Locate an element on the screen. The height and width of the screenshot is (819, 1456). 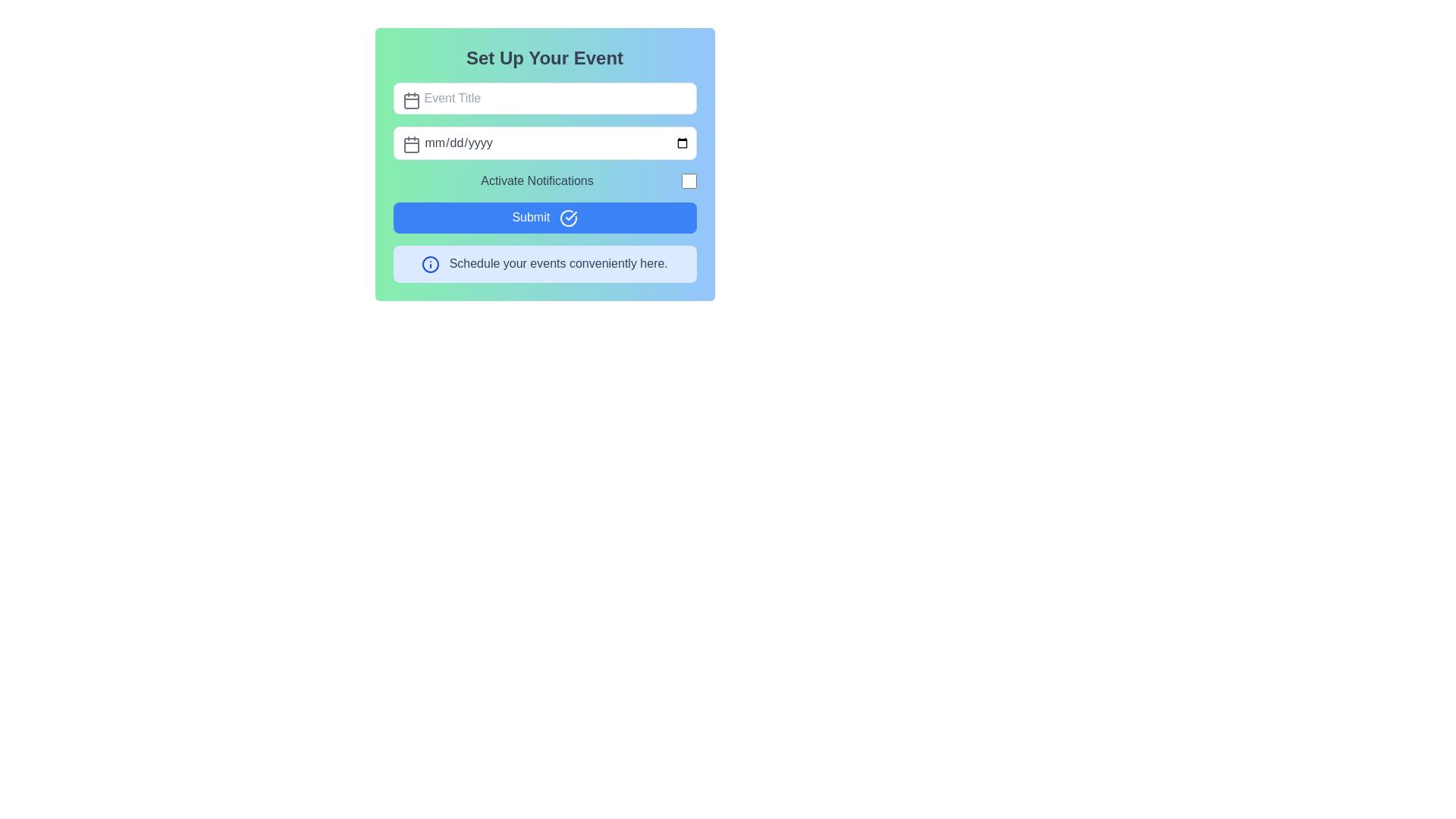
the calendar icon located to the left inside the input box labeled 'mm/dd/yyyy' is located at coordinates (411, 145).